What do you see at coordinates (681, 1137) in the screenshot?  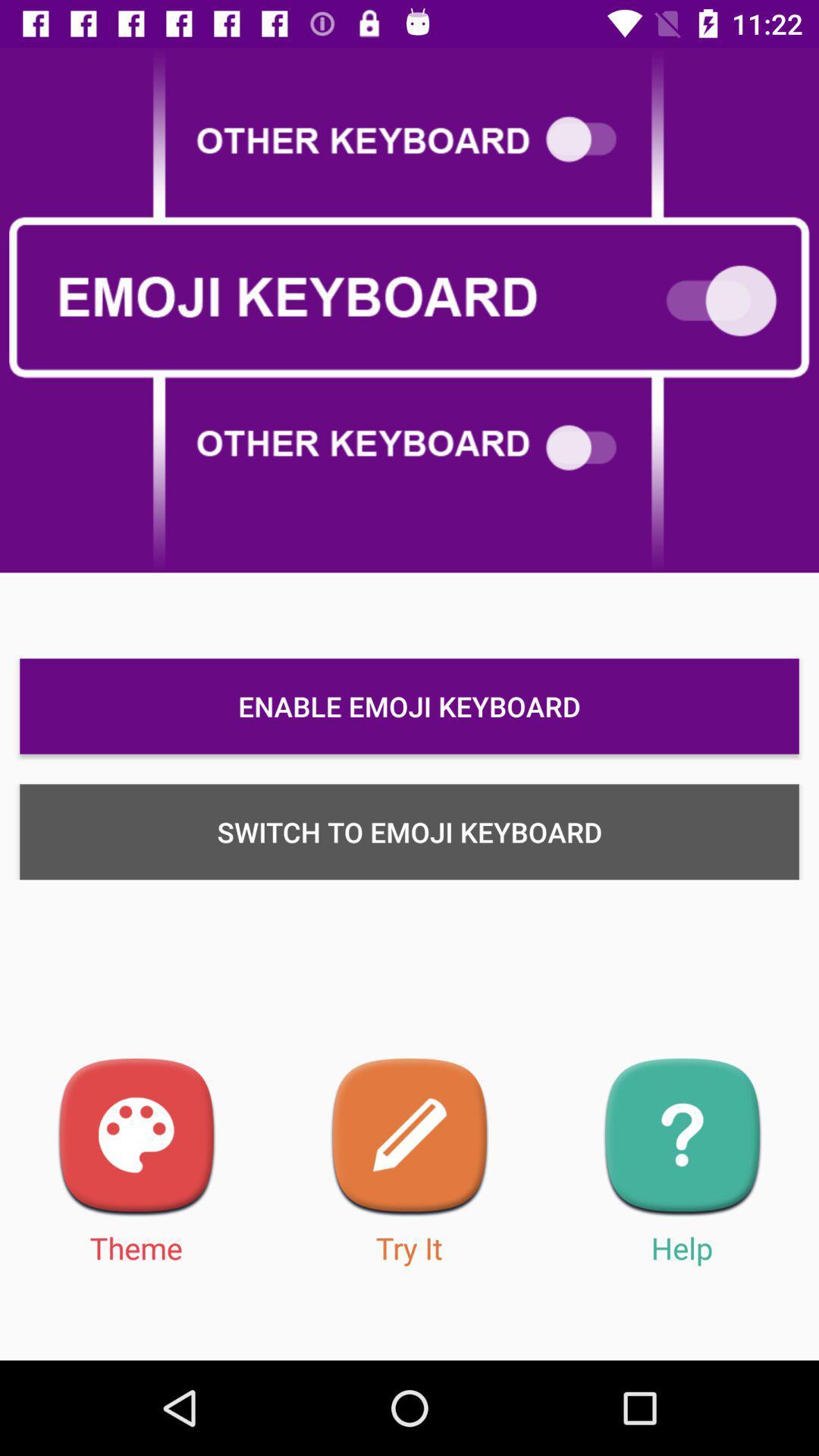 I see `the help icon` at bounding box center [681, 1137].